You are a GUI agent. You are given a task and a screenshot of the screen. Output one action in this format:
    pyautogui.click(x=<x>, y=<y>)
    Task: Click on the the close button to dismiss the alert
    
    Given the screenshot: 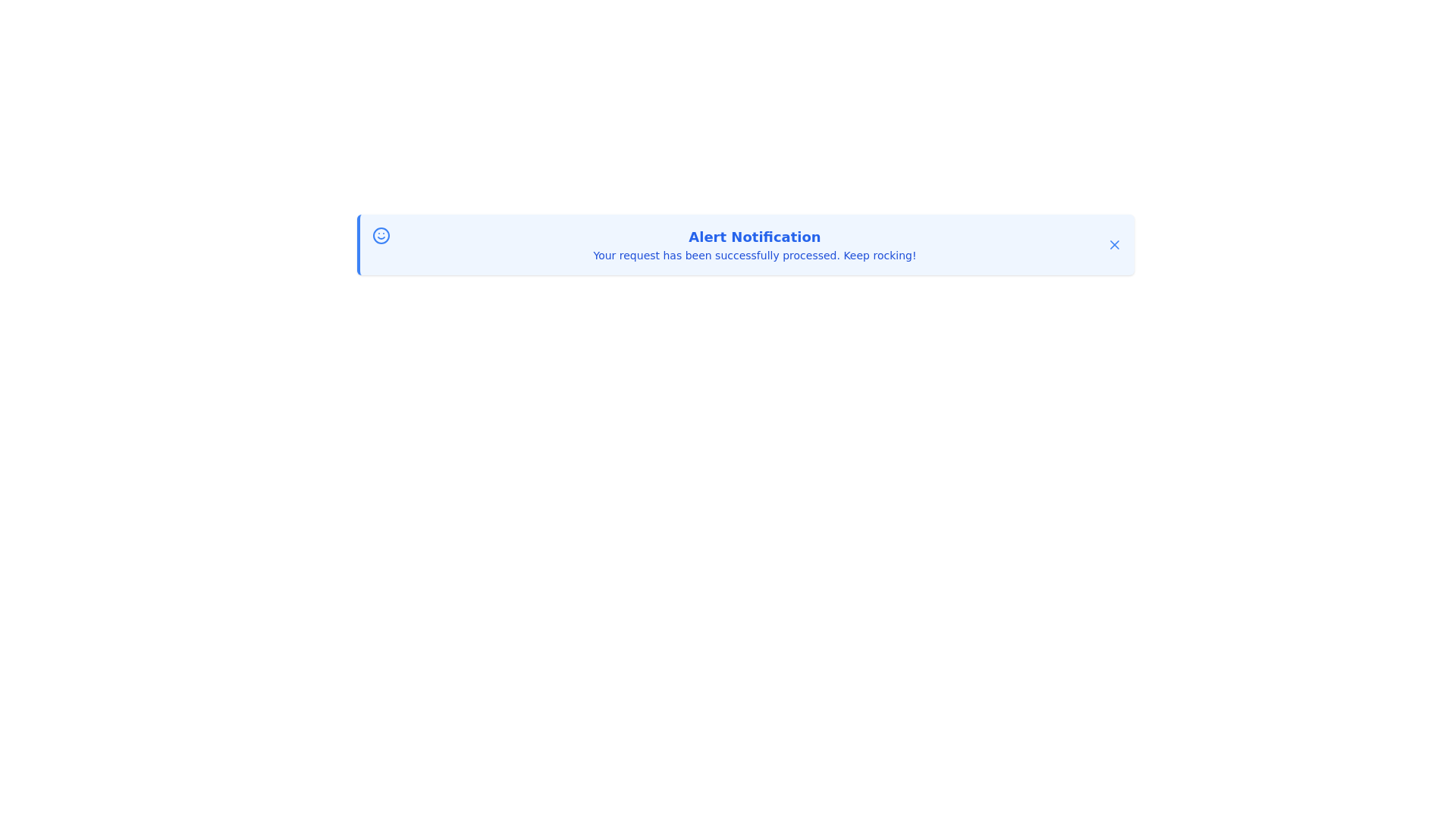 What is the action you would take?
    pyautogui.click(x=1114, y=244)
    